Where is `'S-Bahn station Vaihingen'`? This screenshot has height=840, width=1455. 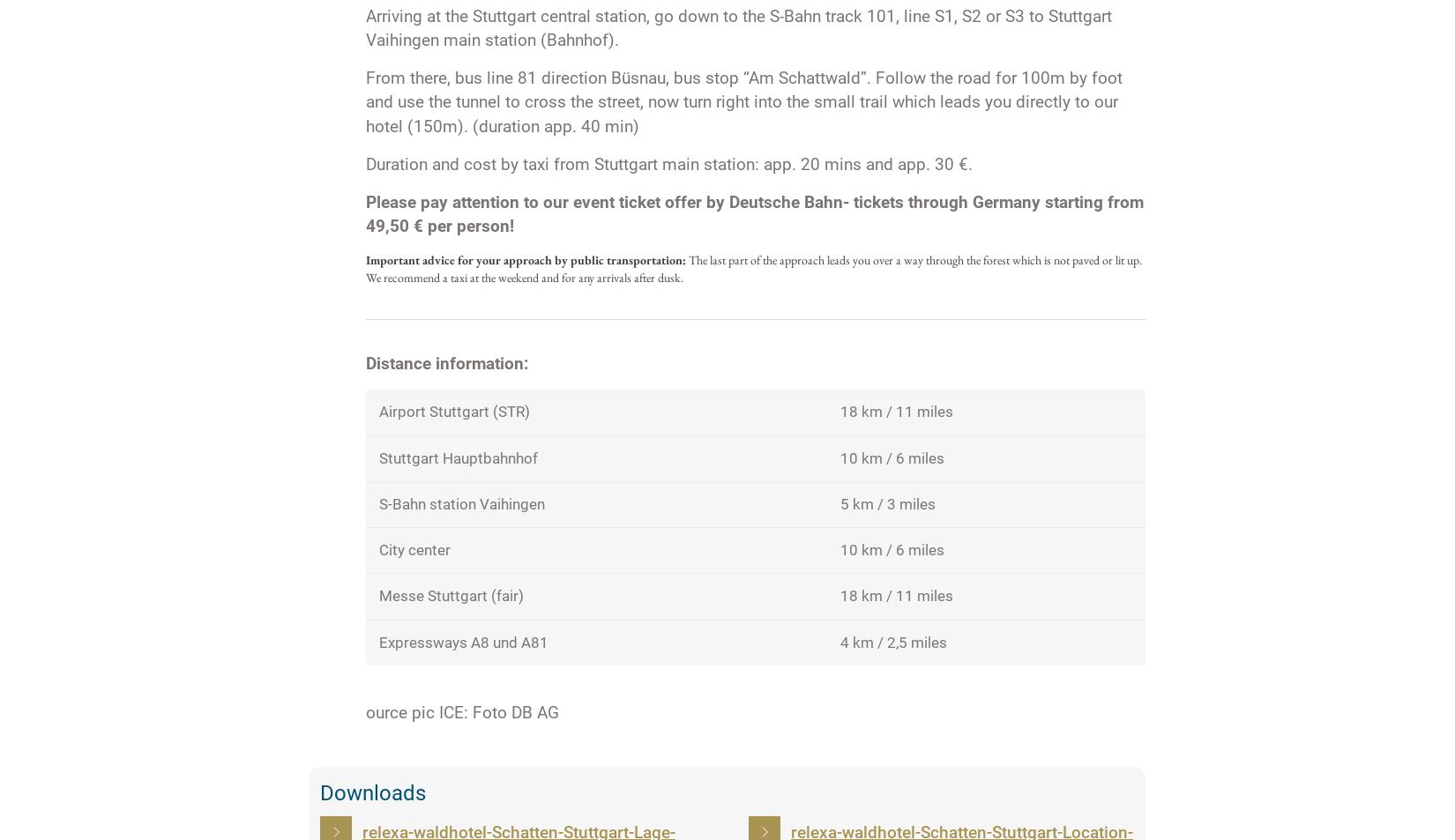
'S-Bahn station Vaihingen' is located at coordinates (460, 503).